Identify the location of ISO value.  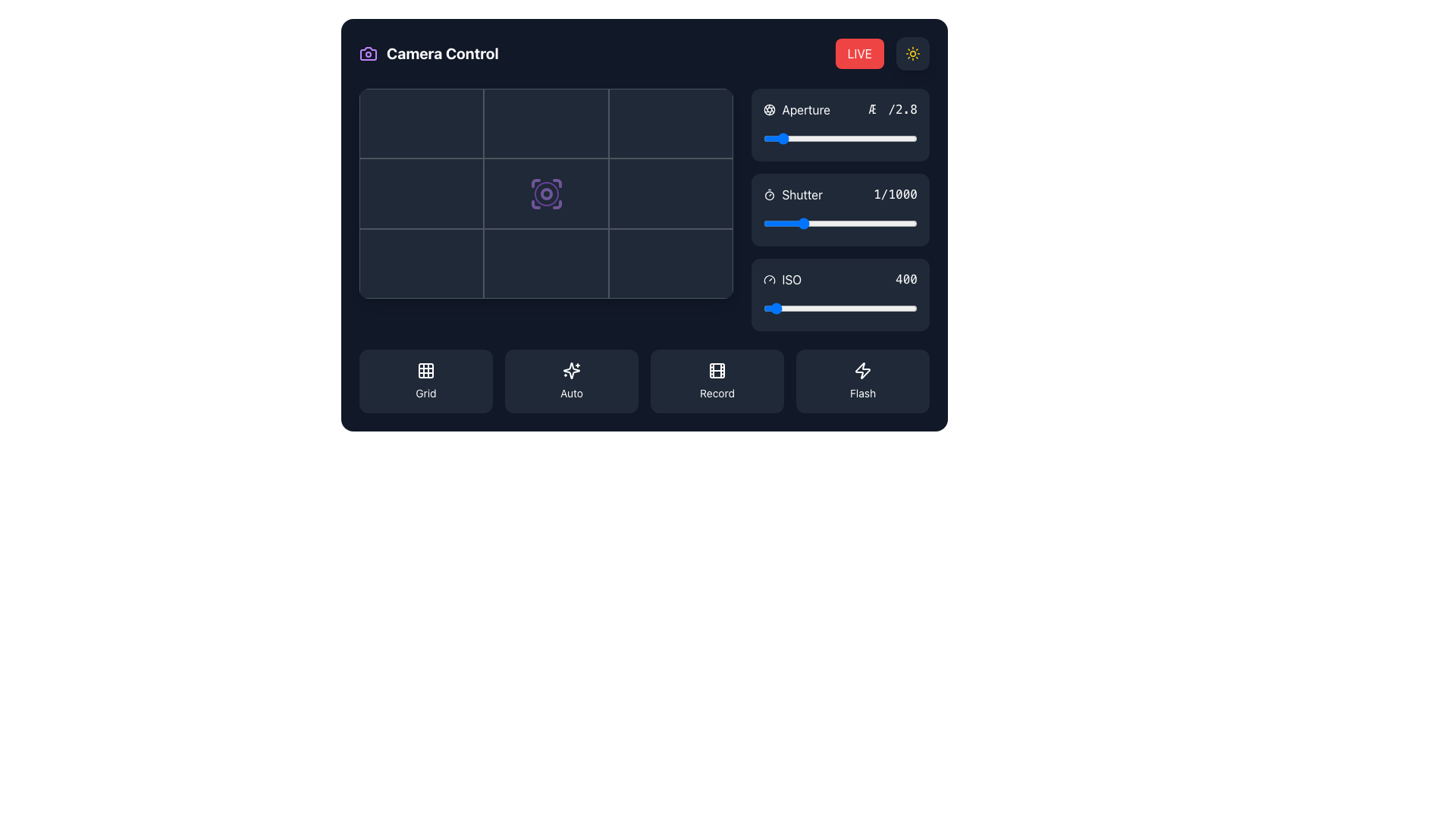
(818, 308).